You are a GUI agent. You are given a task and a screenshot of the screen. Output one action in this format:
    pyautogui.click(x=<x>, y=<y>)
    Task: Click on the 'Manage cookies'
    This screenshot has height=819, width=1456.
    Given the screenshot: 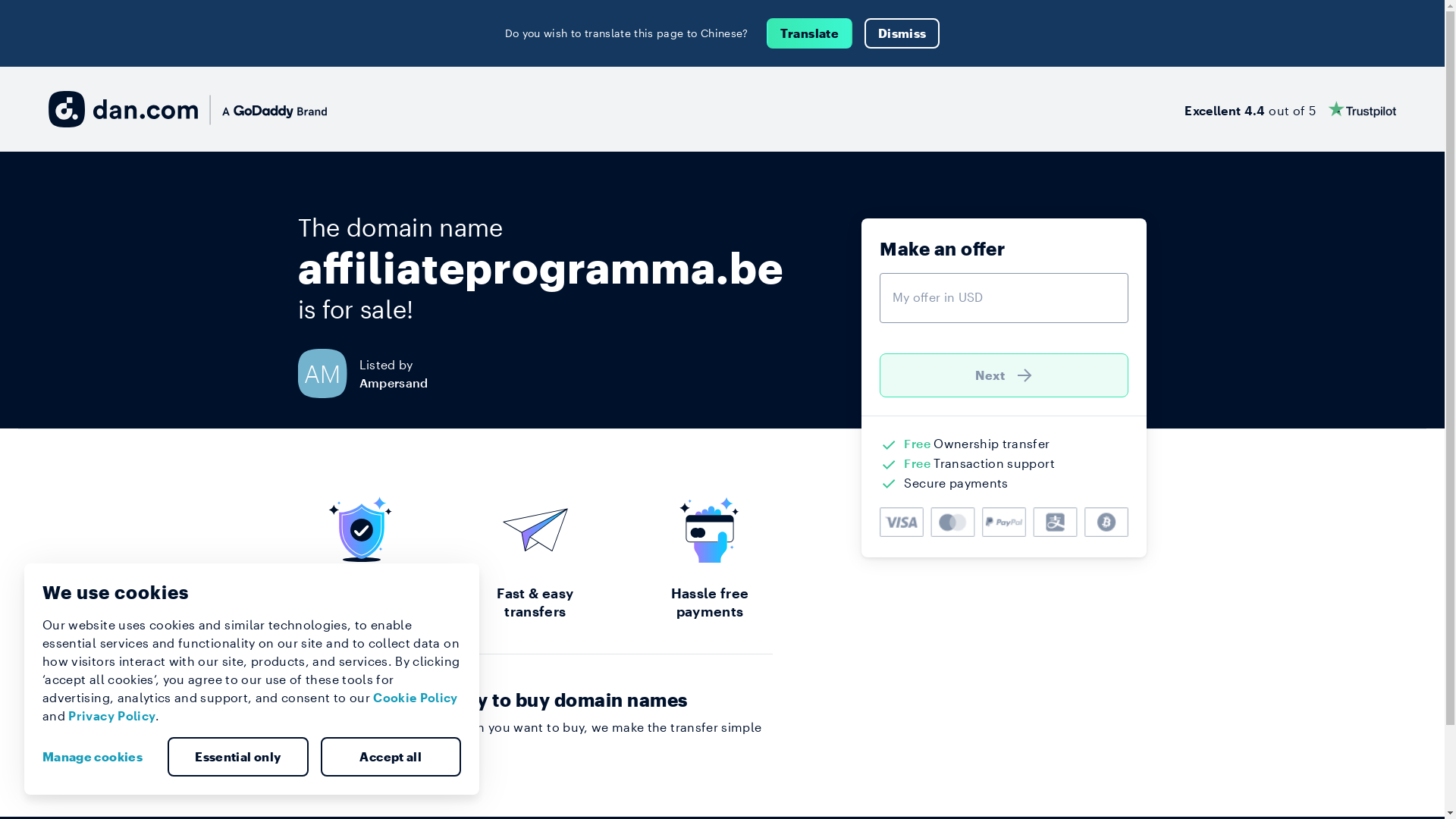 What is the action you would take?
    pyautogui.click(x=97, y=757)
    